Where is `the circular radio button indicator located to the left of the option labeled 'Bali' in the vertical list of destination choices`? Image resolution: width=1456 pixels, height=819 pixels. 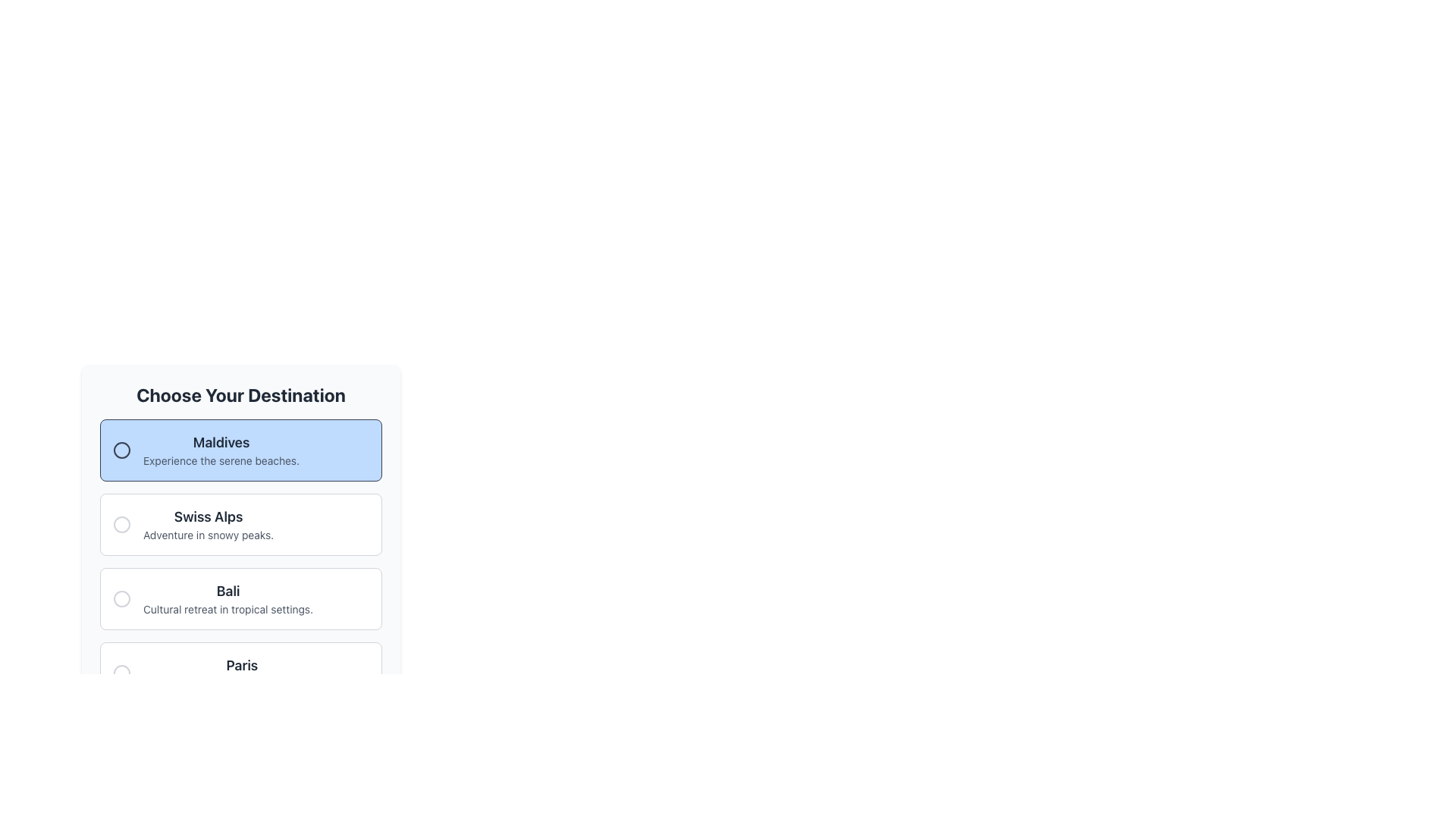 the circular radio button indicator located to the left of the option labeled 'Bali' in the vertical list of destination choices is located at coordinates (122, 598).